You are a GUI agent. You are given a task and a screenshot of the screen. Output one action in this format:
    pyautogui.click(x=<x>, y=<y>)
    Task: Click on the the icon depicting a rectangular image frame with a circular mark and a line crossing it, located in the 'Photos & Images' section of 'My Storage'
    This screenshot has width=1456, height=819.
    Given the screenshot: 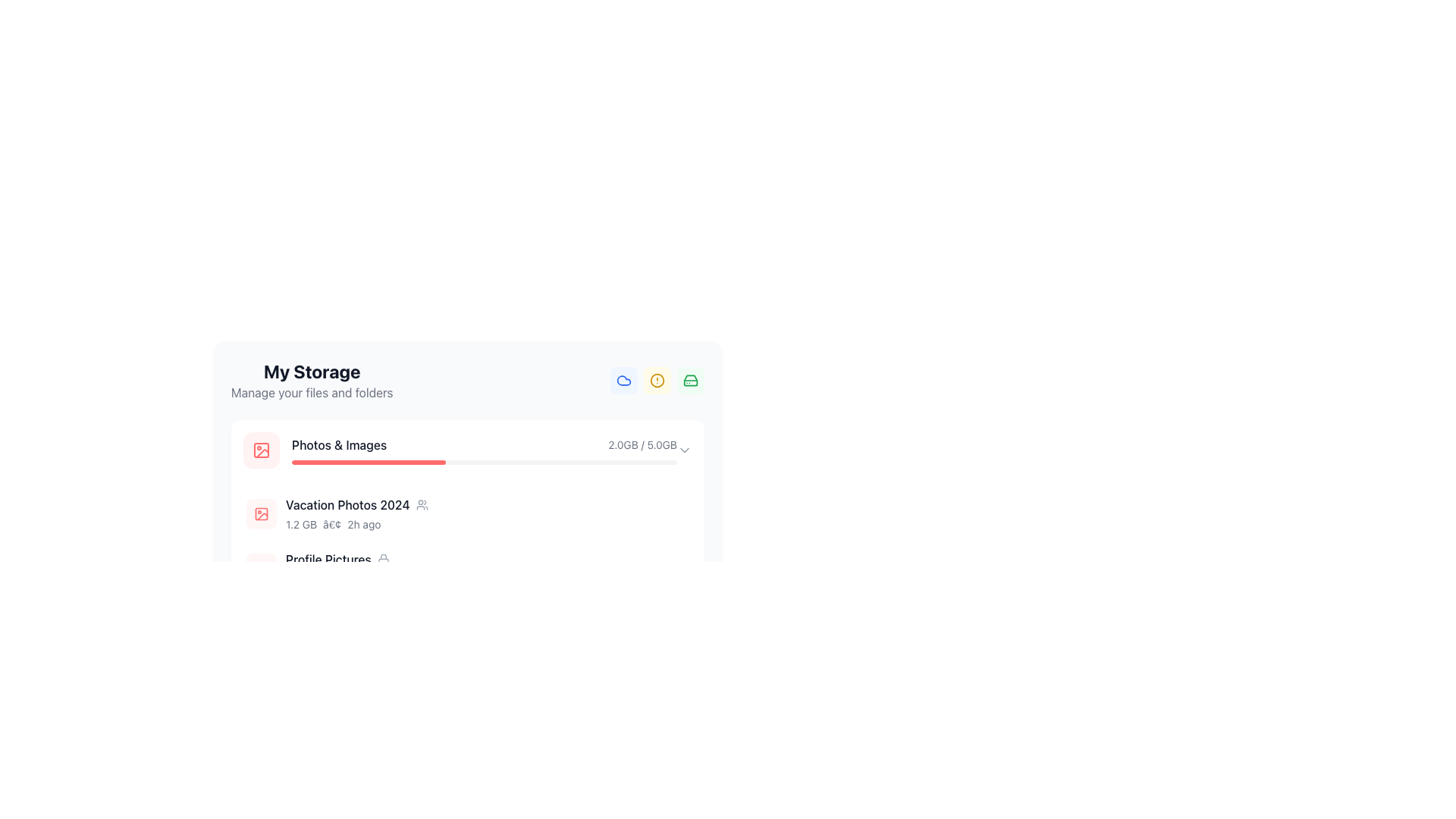 What is the action you would take?
    pyautogui.click(x=262, y=450)
    